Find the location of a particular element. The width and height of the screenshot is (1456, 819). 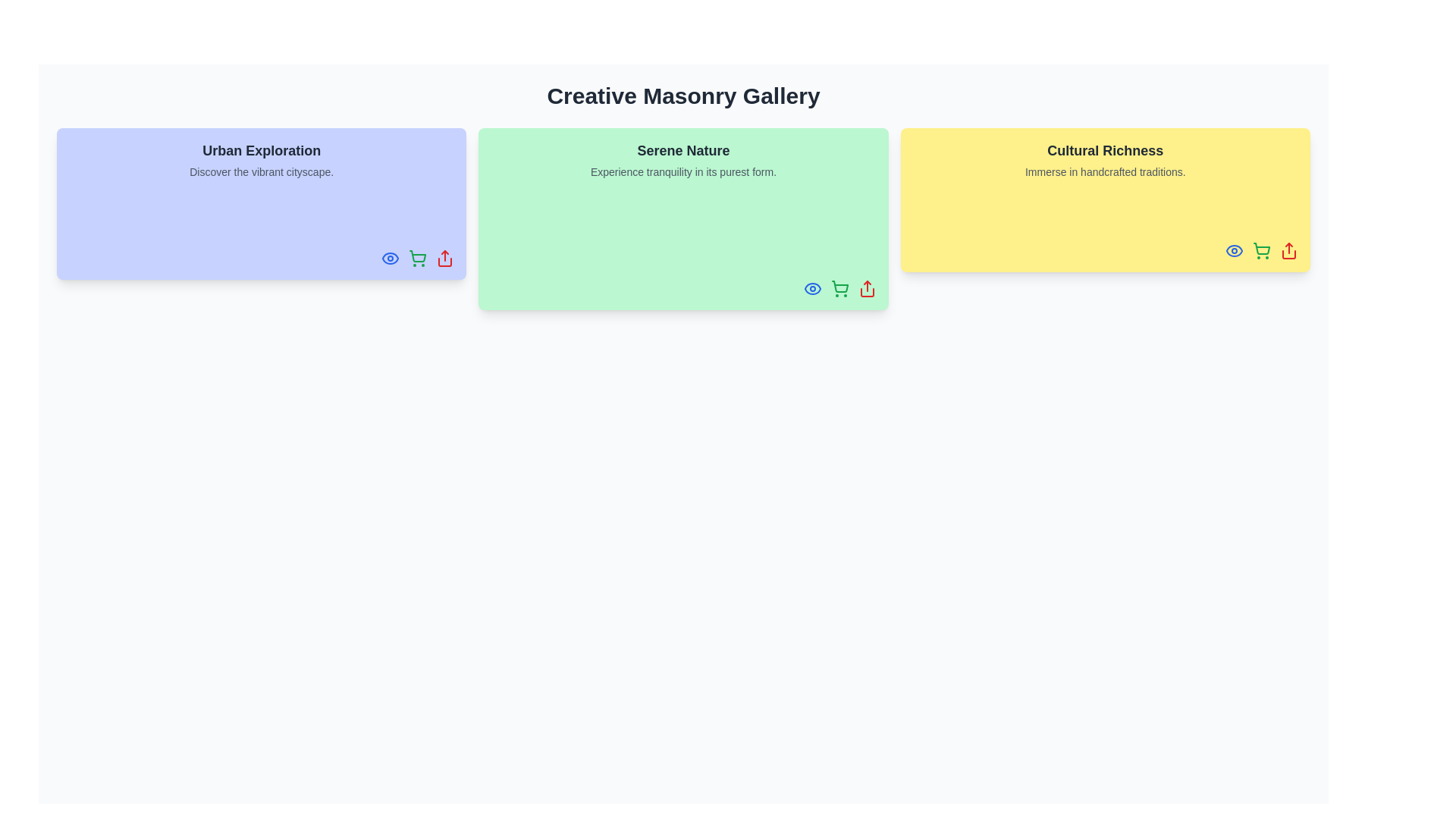

the Header text that serves as the title or heading for the page, located at the top of the viewport above the content boxes is located at coordinates (682, 96).